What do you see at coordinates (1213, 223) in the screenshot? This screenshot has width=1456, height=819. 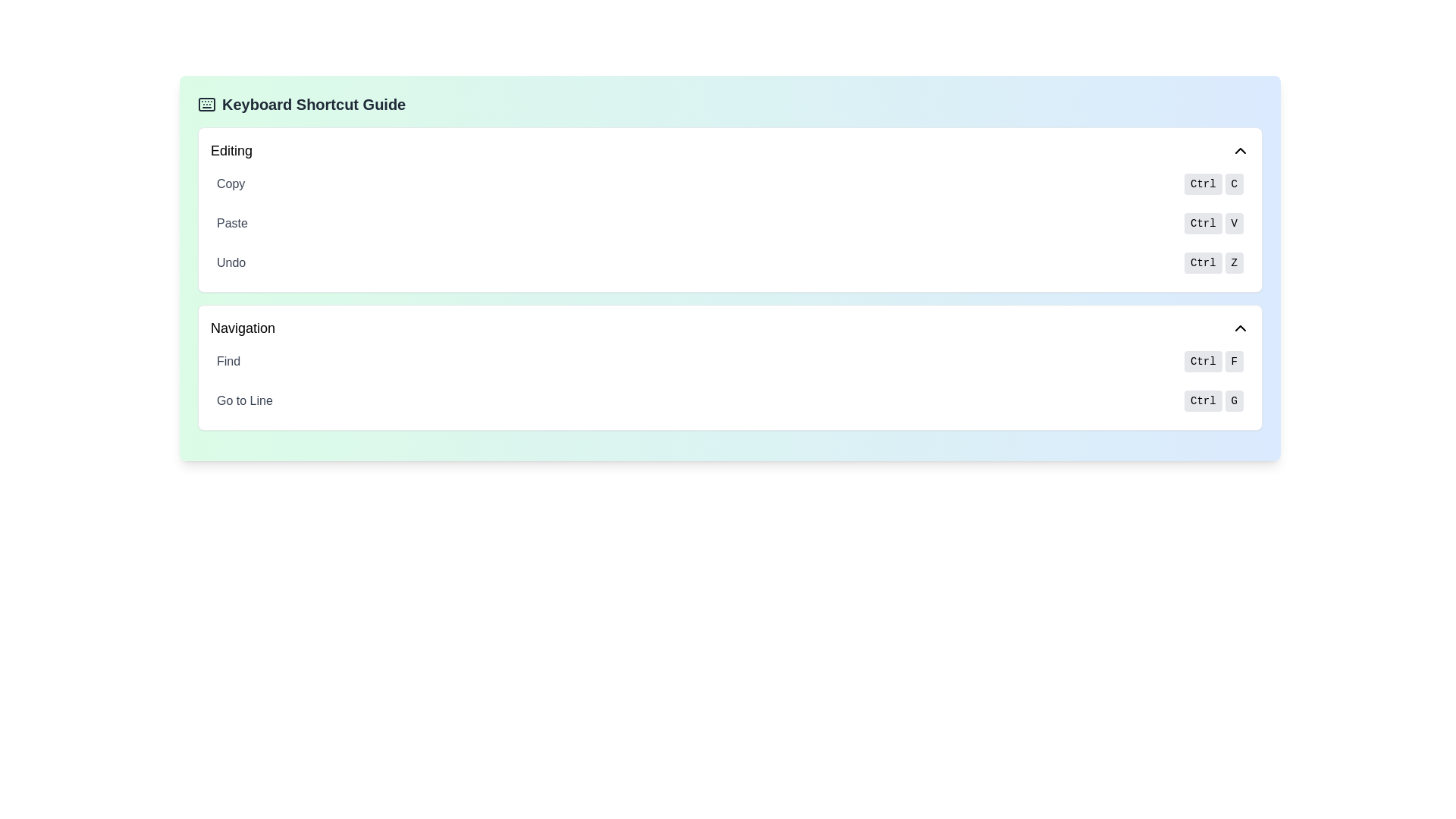 I see `the 'Ctrl' button, which is a small rectangular button with rounded corners and a grey background` at bounding box center [1213, 223].